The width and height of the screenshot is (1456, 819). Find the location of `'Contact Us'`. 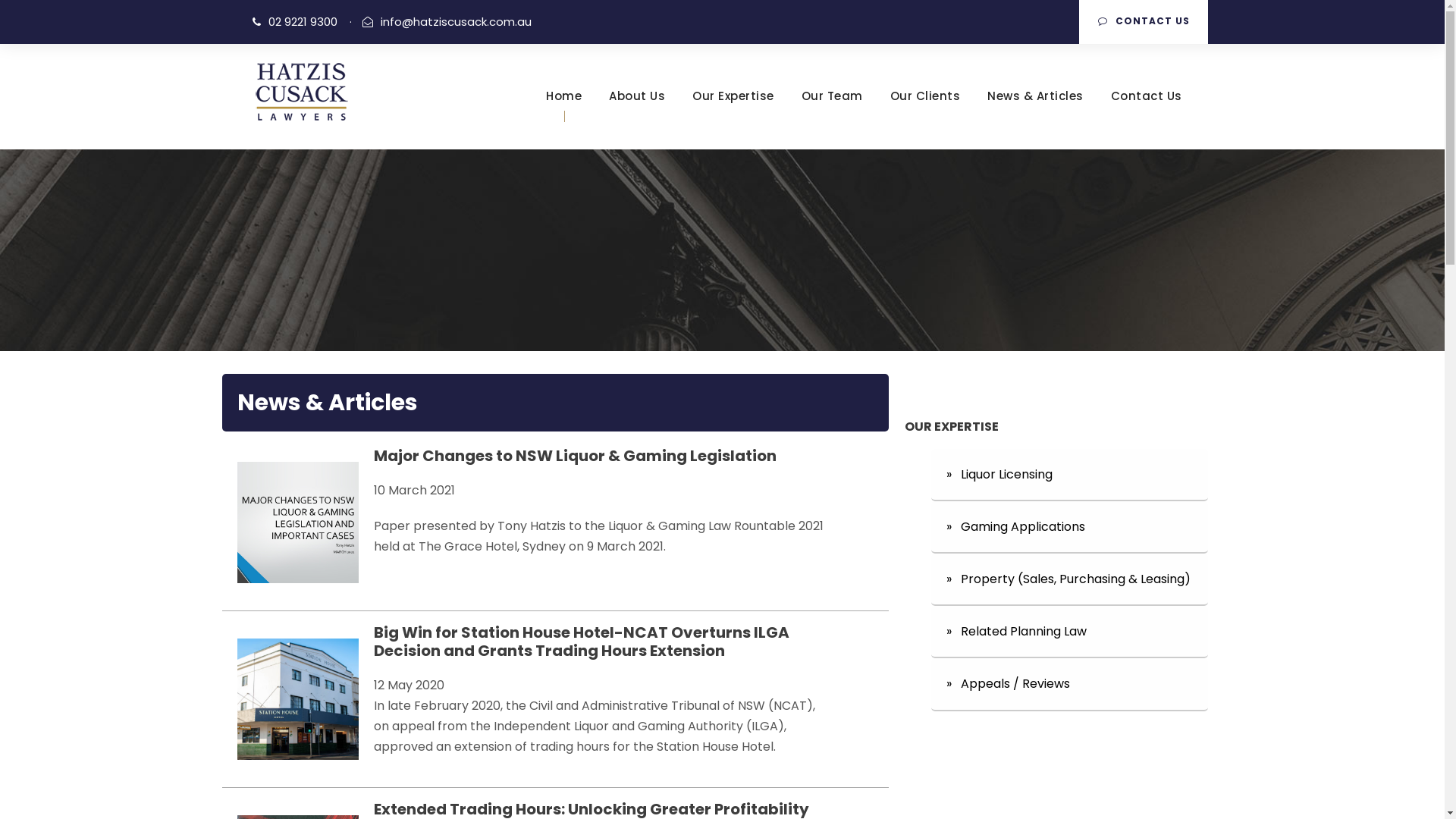

'Contact Us' is located at coordinates (1146, 117).